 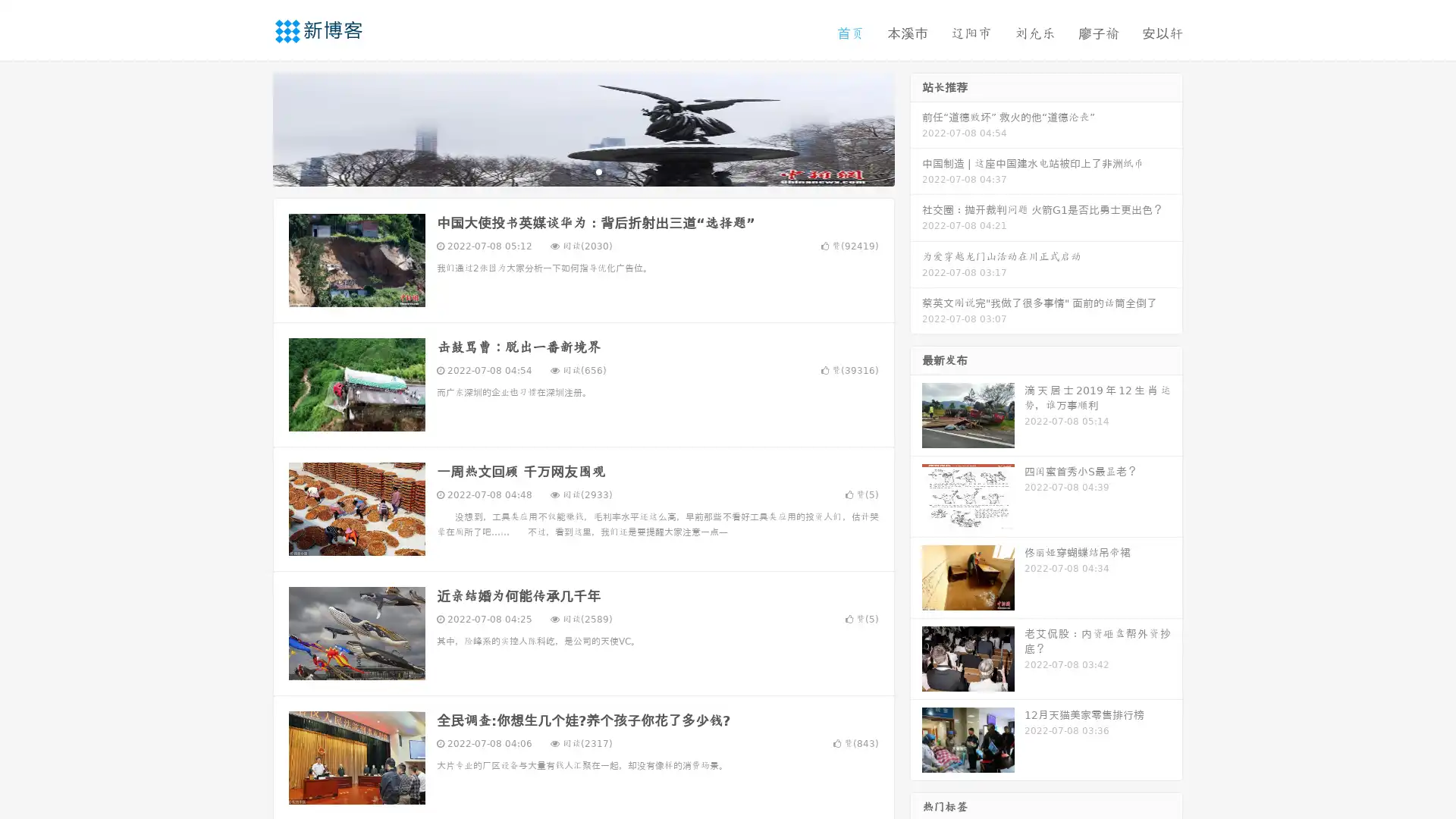 I want to click on Go to slide 2, so click(x=582, y=171).